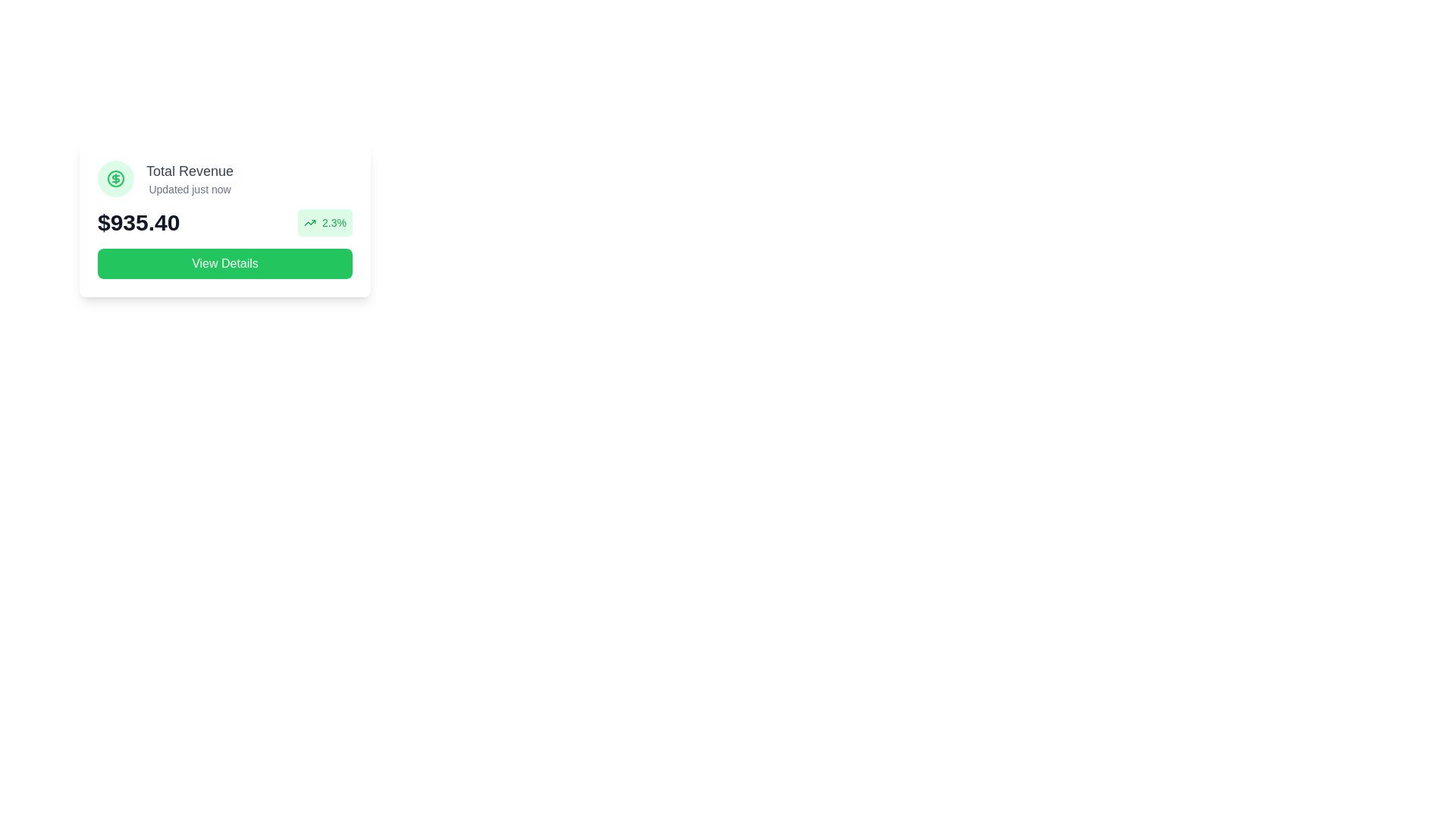 This screenshot has width=1456, height=819. I want to click on the currency icon located in the upper-left corner of the 'Total Revenue' card, adjacent to the 'Total Revenue' text, so click(115, 177).